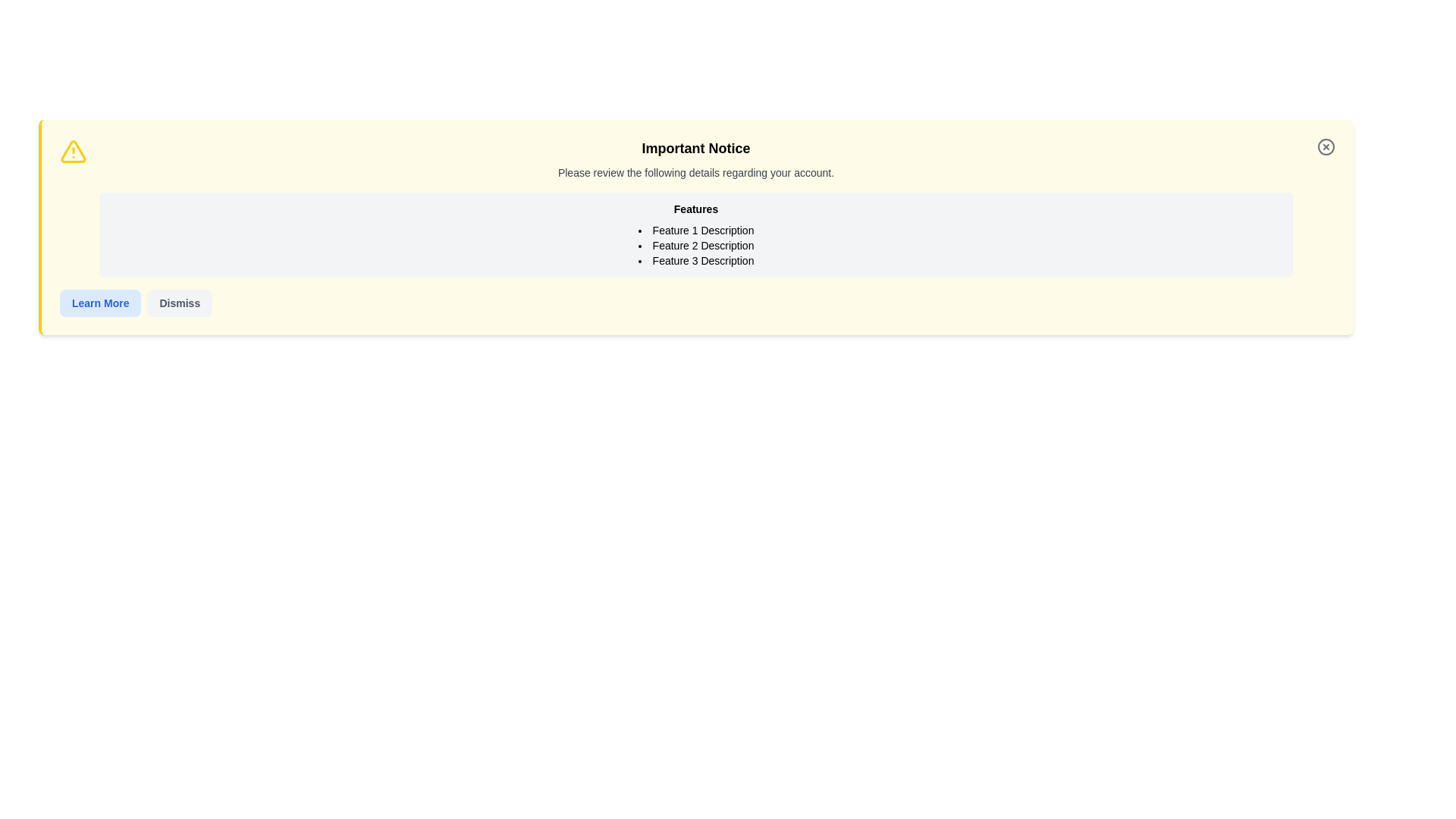 This screenshot has width=1456, height=819. What do you see at coordinates (695, 209) in the screenshot?
I see `the heading text label displaying 'Features' which is centrally located above a list of descriptive items` at bounding box center [695, 209].